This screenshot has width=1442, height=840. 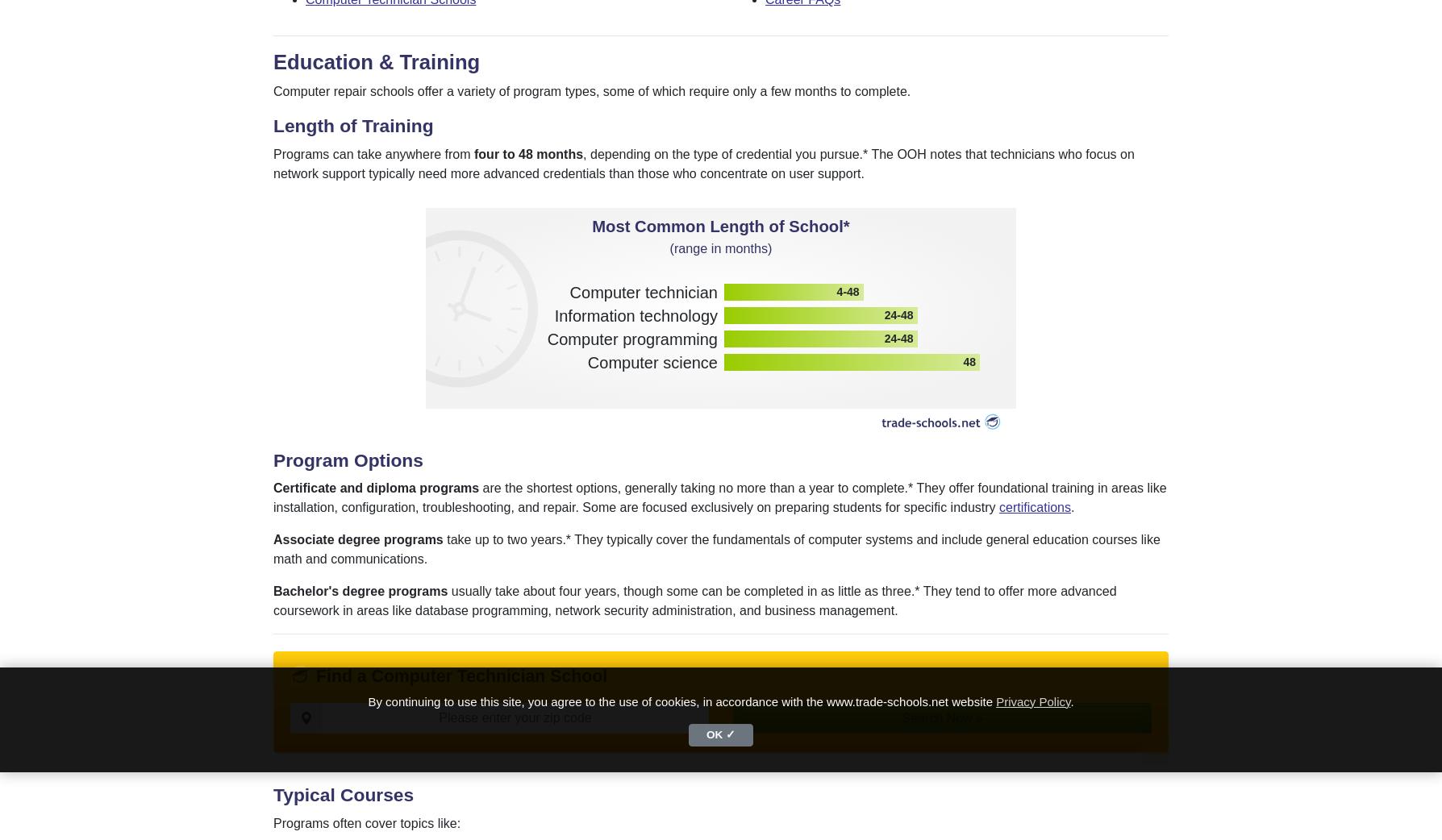 What do you see at coordinates (347, 458) in the screenshot?
I see `'Program Options'` at bounding box center [347, 458].